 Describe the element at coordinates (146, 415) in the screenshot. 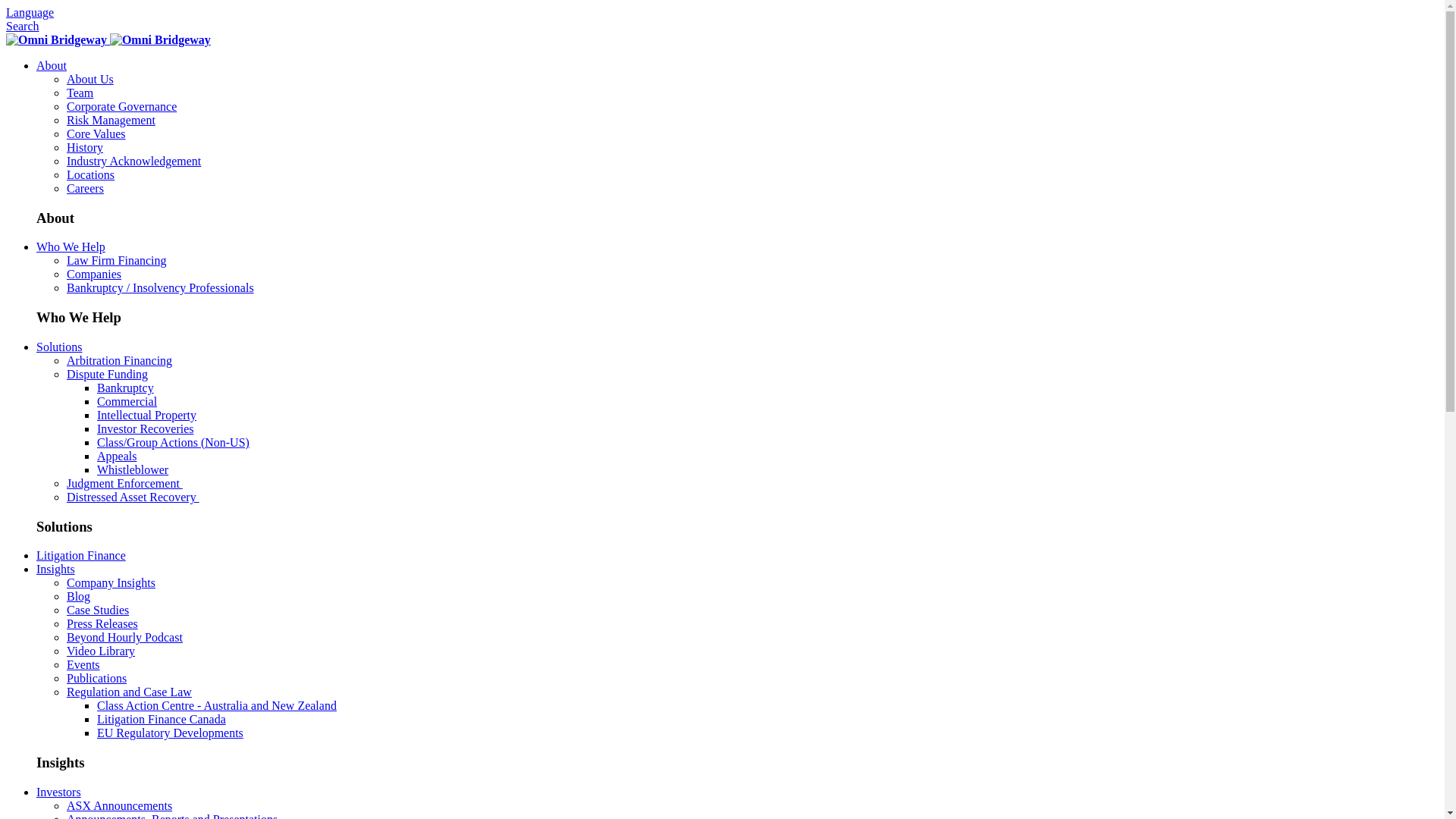

I see `'Intellectual Property'` at that location.